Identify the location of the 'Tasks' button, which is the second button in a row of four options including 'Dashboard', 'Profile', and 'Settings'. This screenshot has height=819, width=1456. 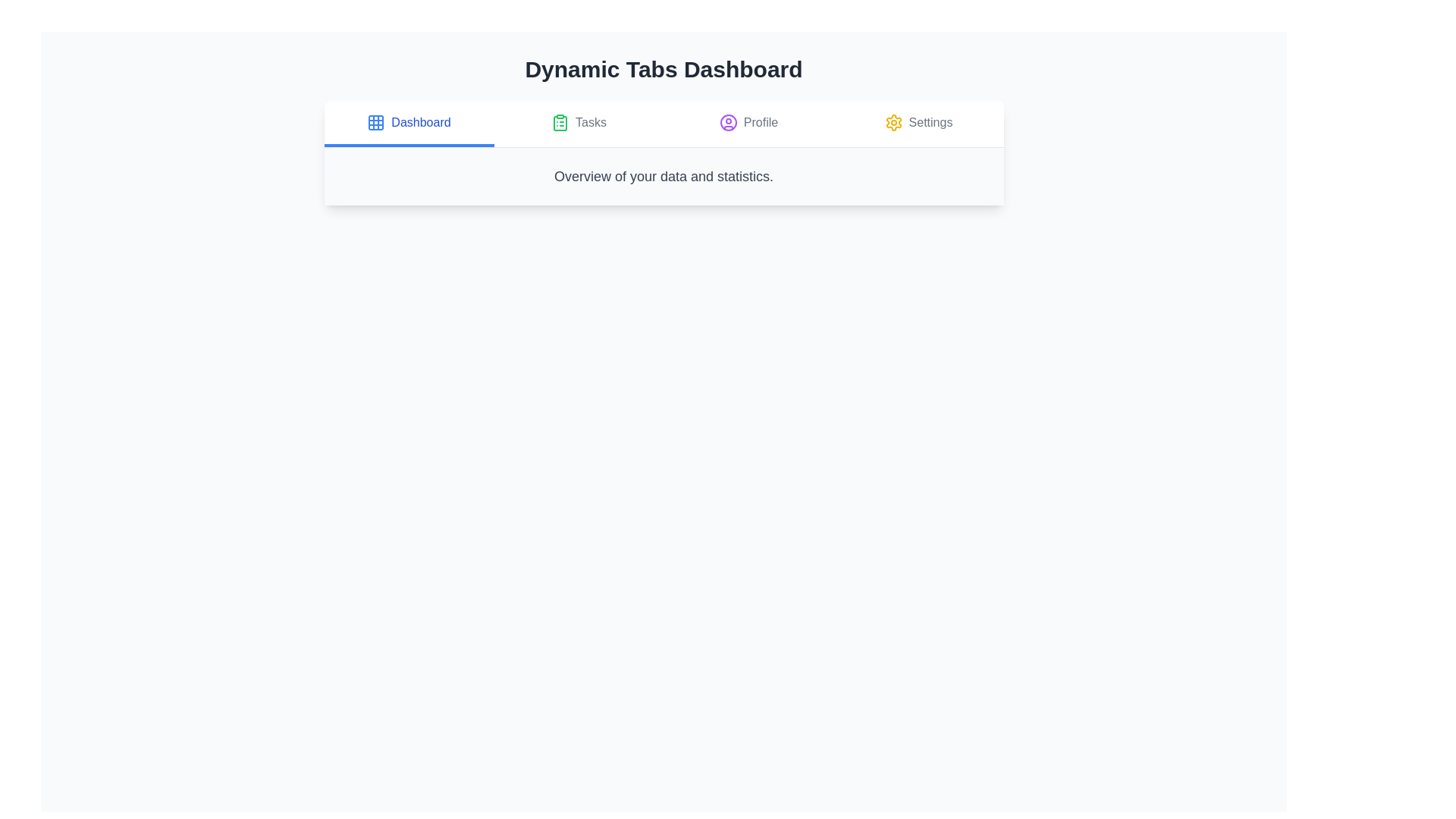
(578, 124).